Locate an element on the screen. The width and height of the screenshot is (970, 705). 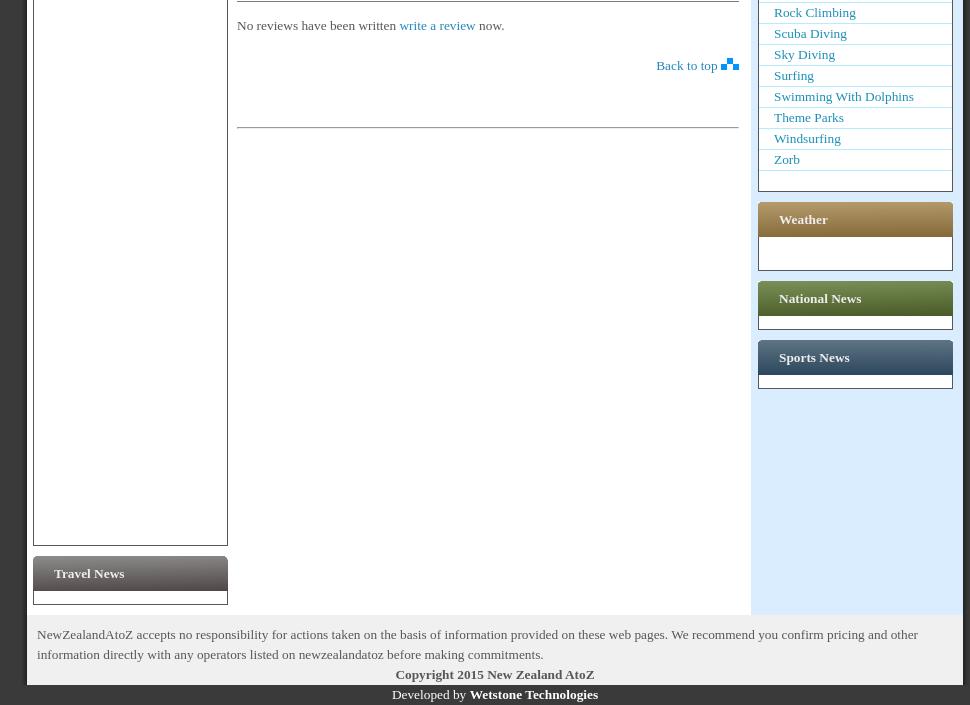
'Zorb' is located at coordinates (786, 158).